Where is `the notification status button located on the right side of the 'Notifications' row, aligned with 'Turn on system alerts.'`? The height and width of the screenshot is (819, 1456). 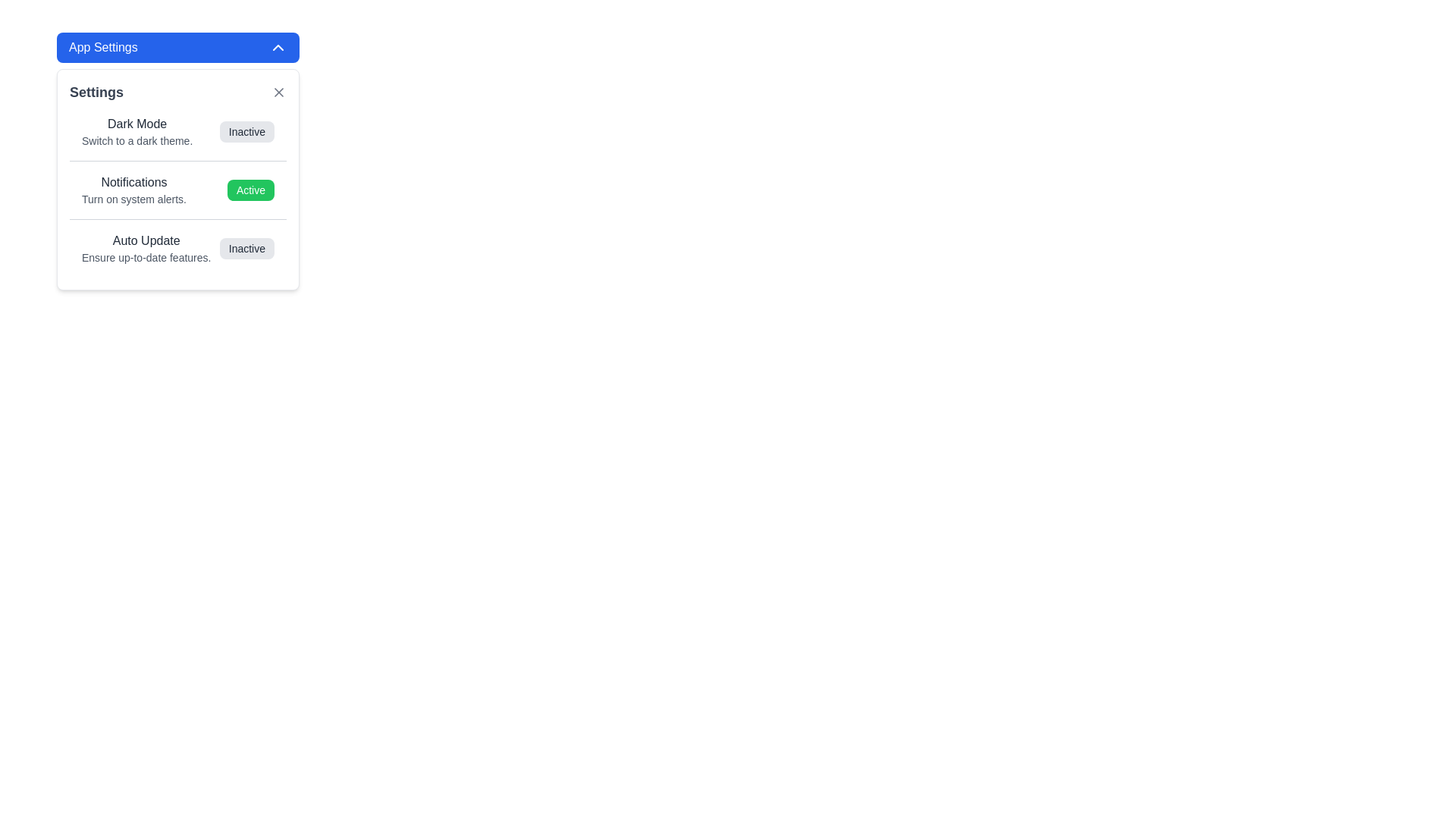
the notification status button located on the right side of the 'Notifications' row, aligned with 'Turn on system alerts.' is located at coordinates (251, 189).